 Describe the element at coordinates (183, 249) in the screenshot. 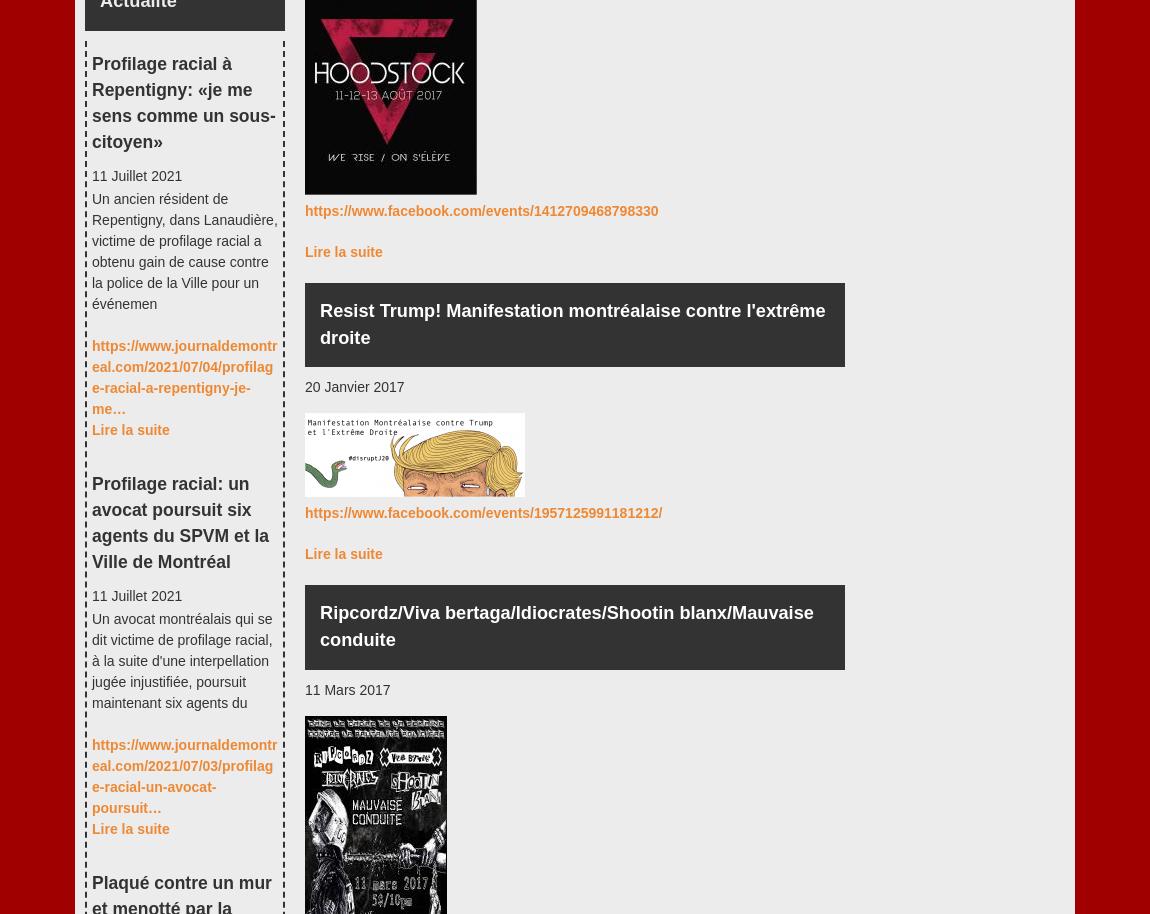

I see `'Un ancien résident de Repentigny, dans Lanaudière, victime de profilage racial a obtenu gain de cause contre la police de la Ville pour un événemen'` at that location.